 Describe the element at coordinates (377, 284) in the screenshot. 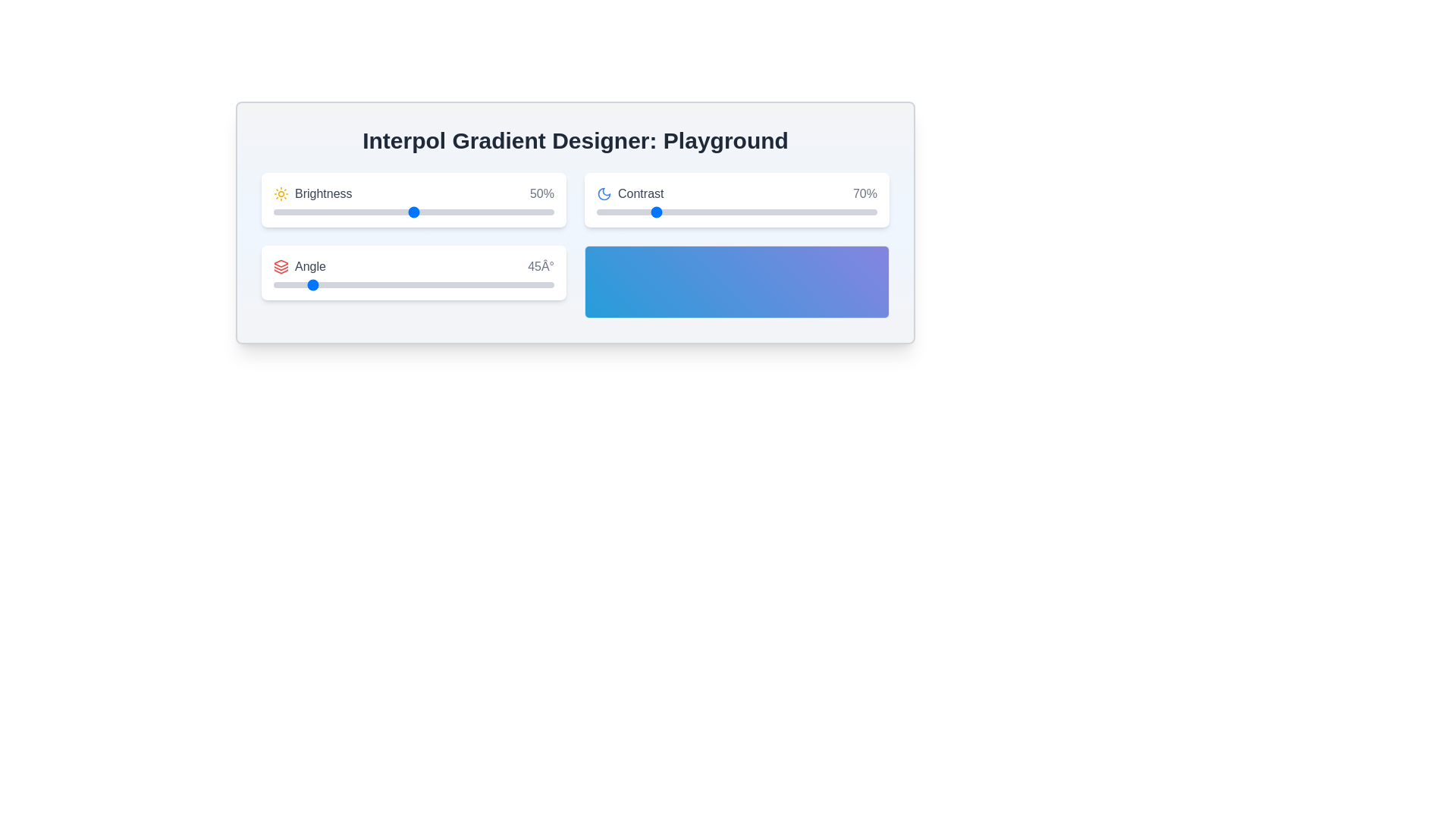

I see `the angle` at that location.